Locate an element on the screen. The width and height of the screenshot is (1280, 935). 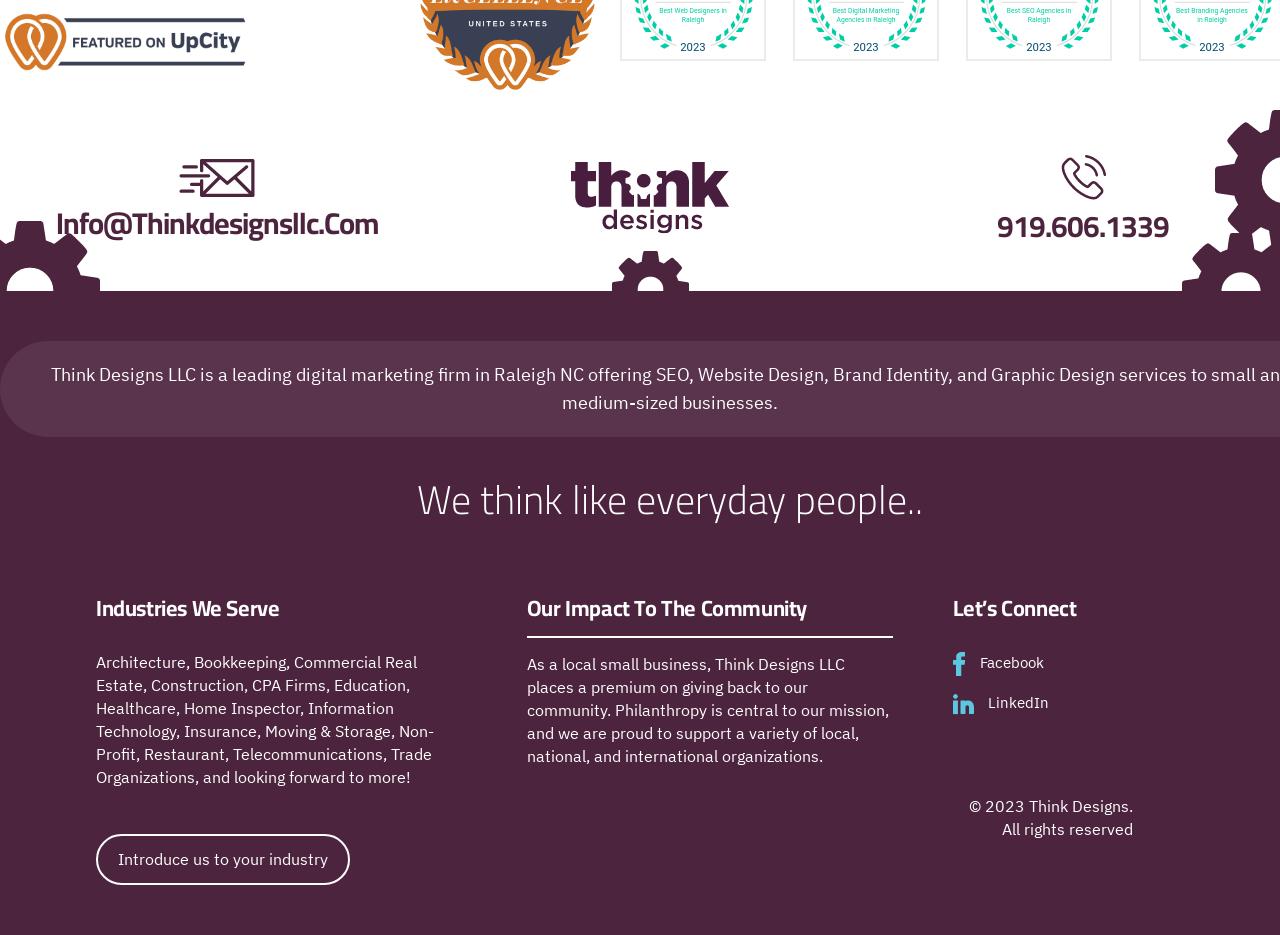
'We think like everyday people..' is located at coordinates (416, 499).